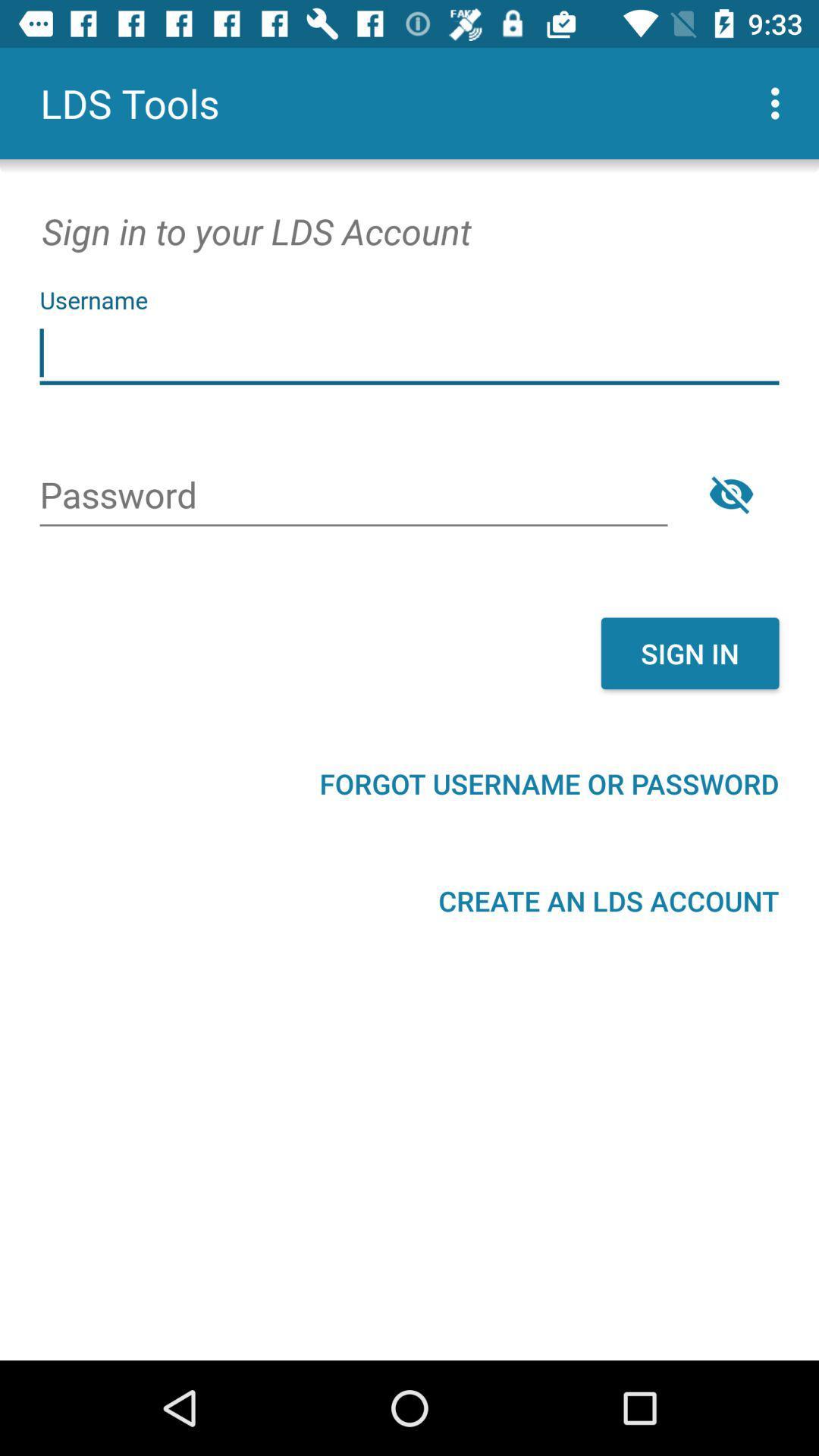 Image resolution: width=819 pixels, height=1456 pixels. Describe the element at coordinates (409, 353) in the screenshot. I see `username` at that location.